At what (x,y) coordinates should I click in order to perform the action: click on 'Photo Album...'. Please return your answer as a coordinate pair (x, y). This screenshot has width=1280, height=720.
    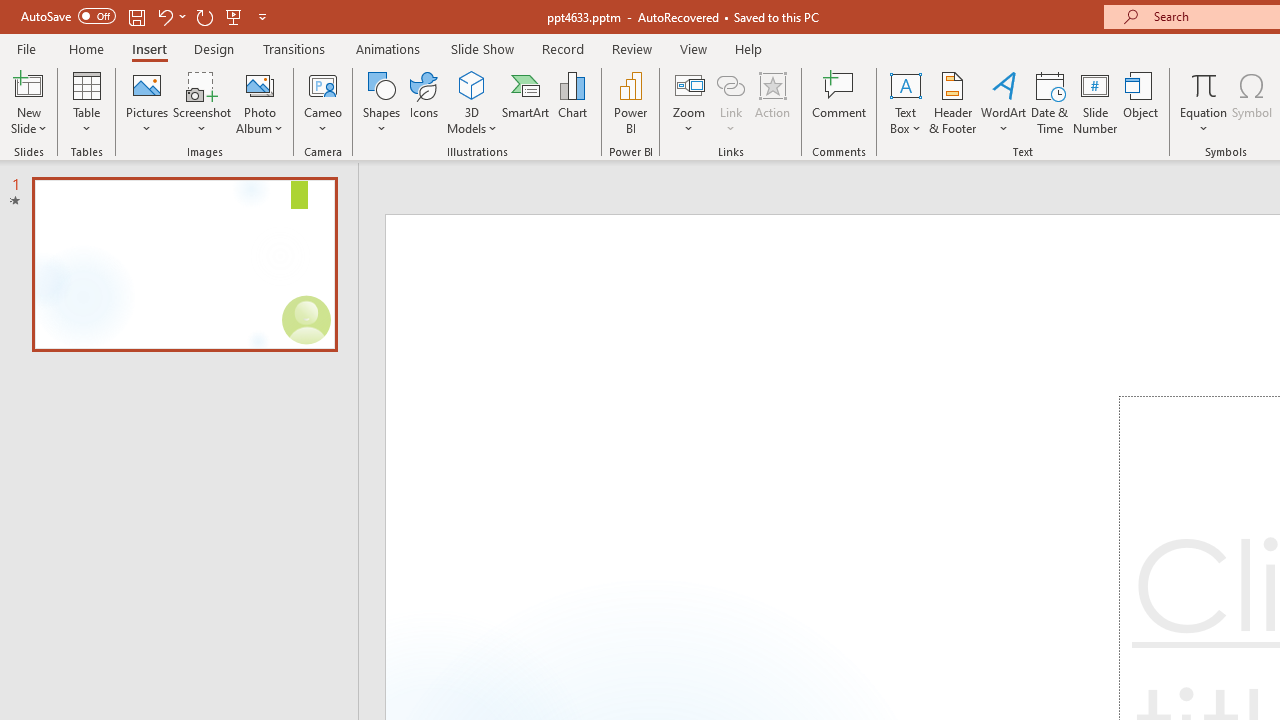
    Looking at the image, I should click on (258, 103).